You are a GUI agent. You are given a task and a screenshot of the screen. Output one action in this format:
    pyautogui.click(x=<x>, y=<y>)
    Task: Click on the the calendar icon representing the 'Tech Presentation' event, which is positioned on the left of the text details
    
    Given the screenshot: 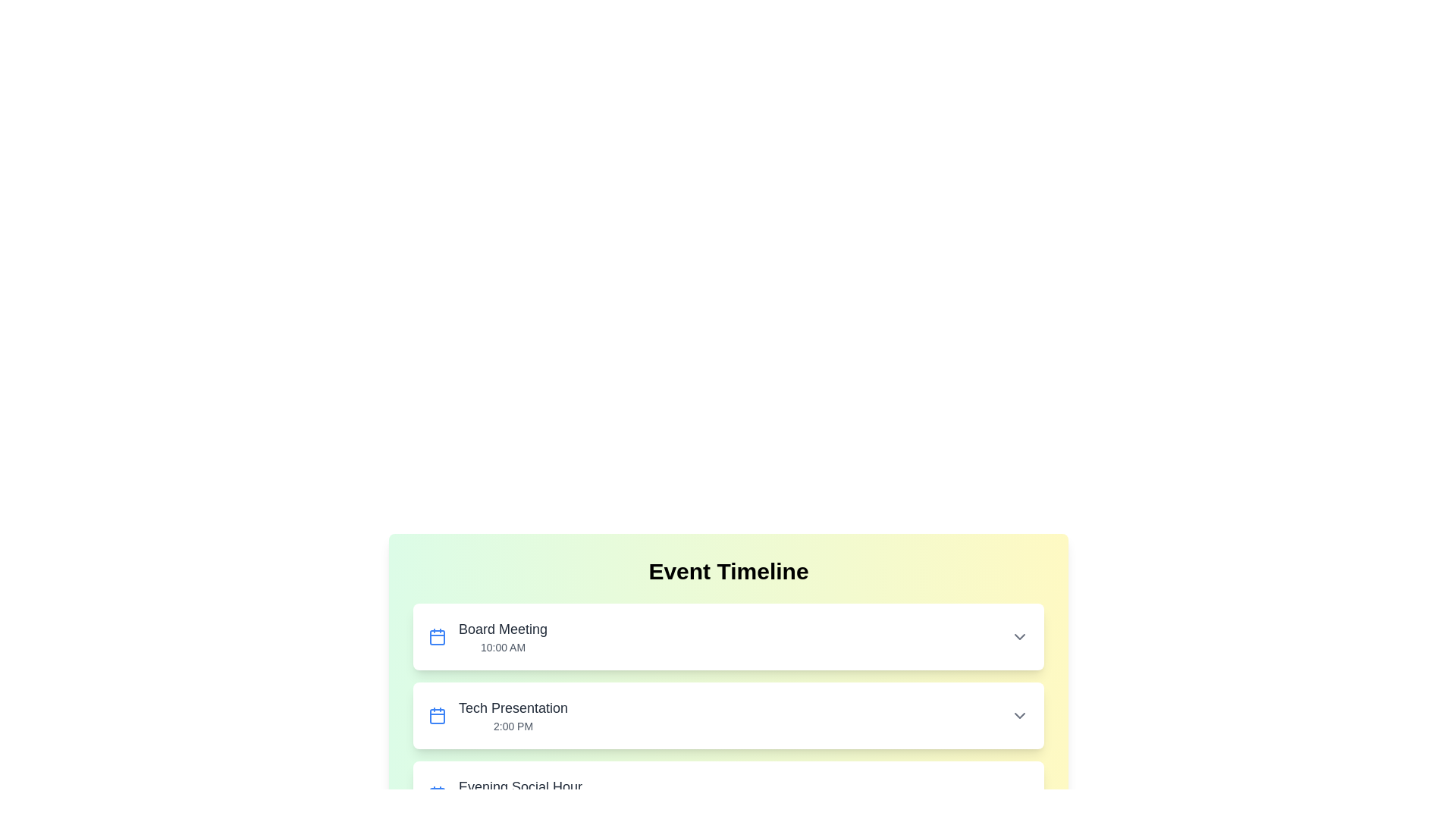 What is the action you would take?
    pyautogui.click(x=436, y=716)
    